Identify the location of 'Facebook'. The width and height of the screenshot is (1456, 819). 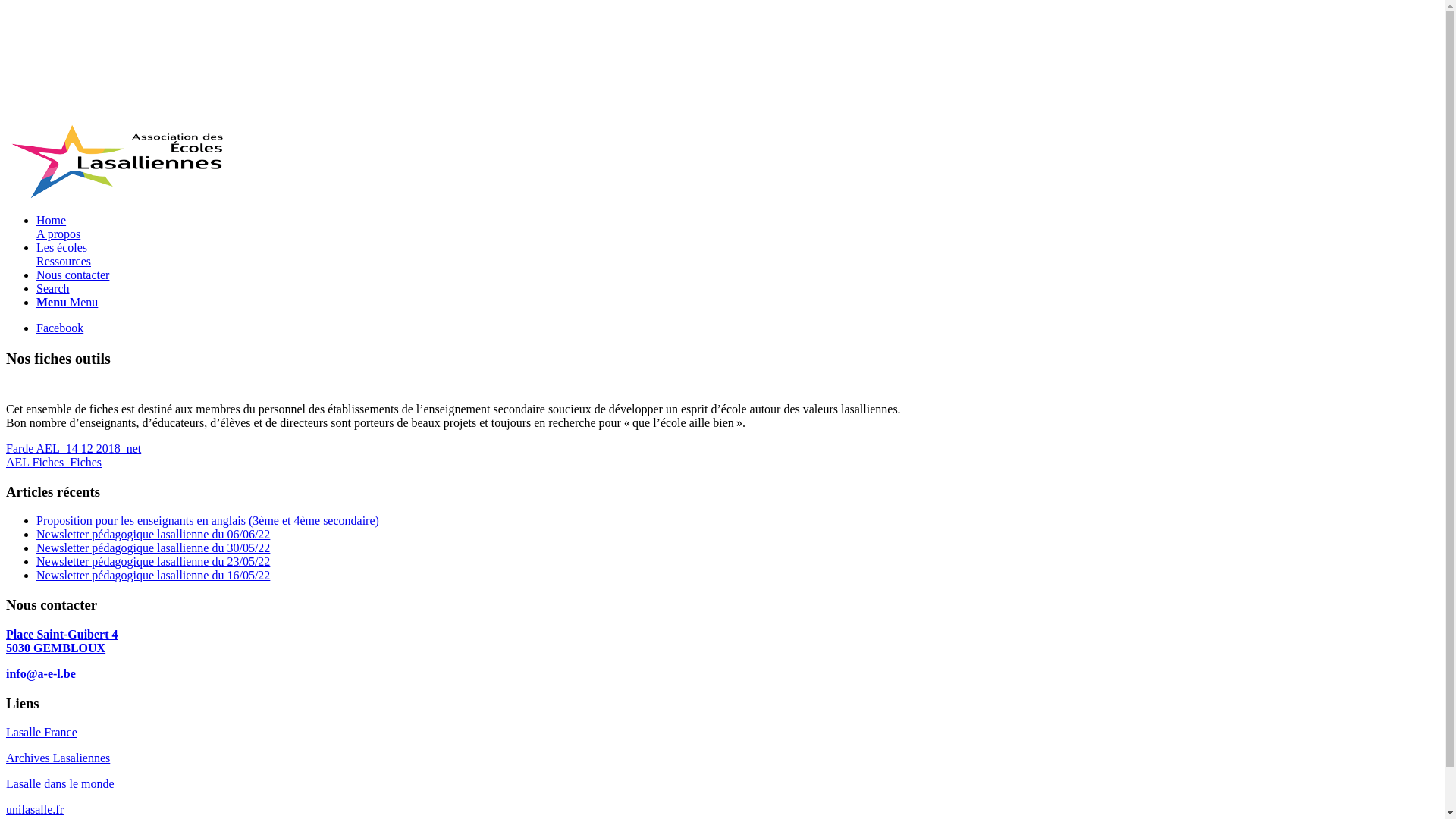
(59, 327).